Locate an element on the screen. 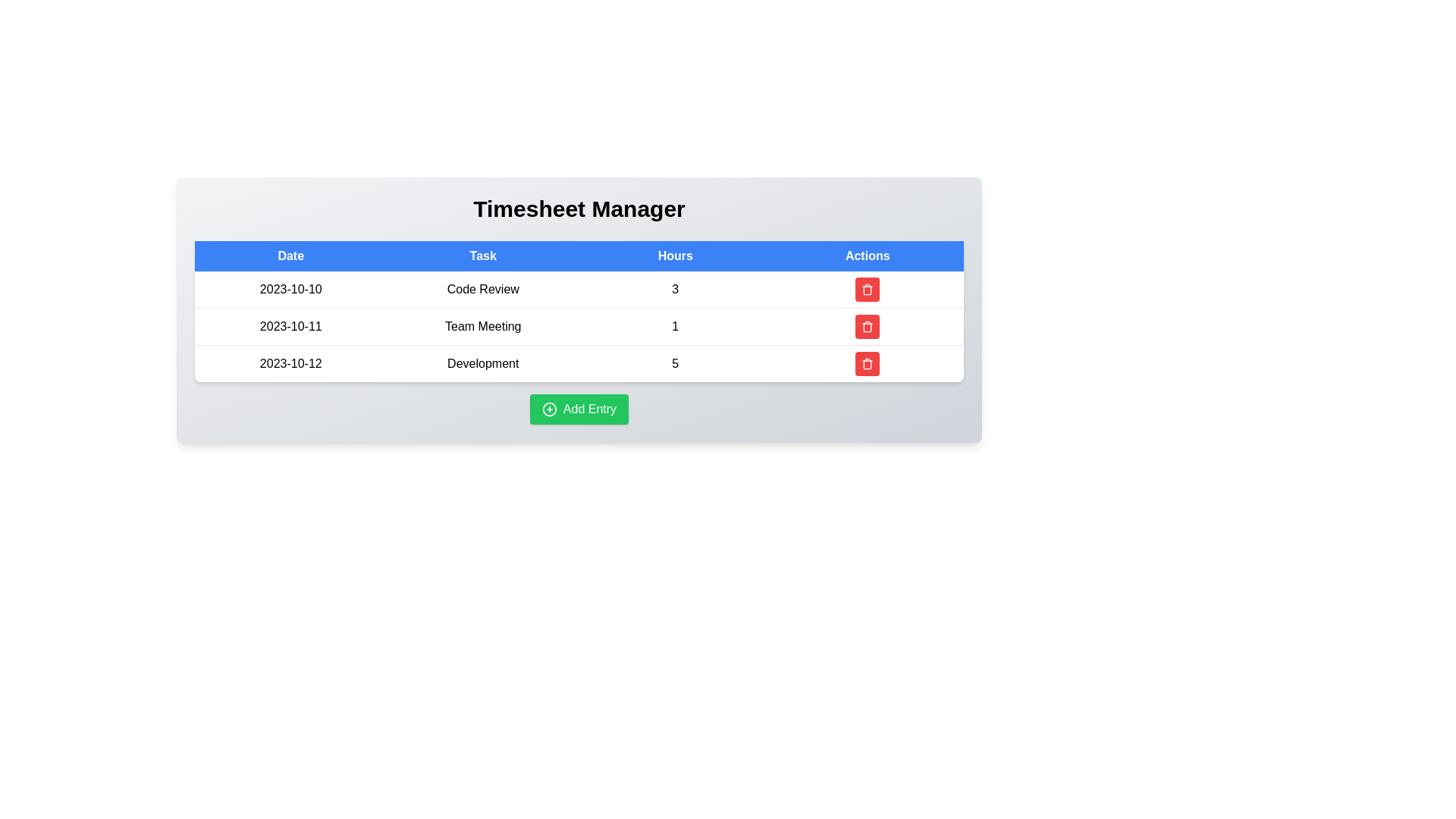 Image resolution: width=1456 pixels, height=819 pixels. the third row in the table displaying the entries '2023-10-12', 'Development', and '5' is located at coordinates (578, 363).